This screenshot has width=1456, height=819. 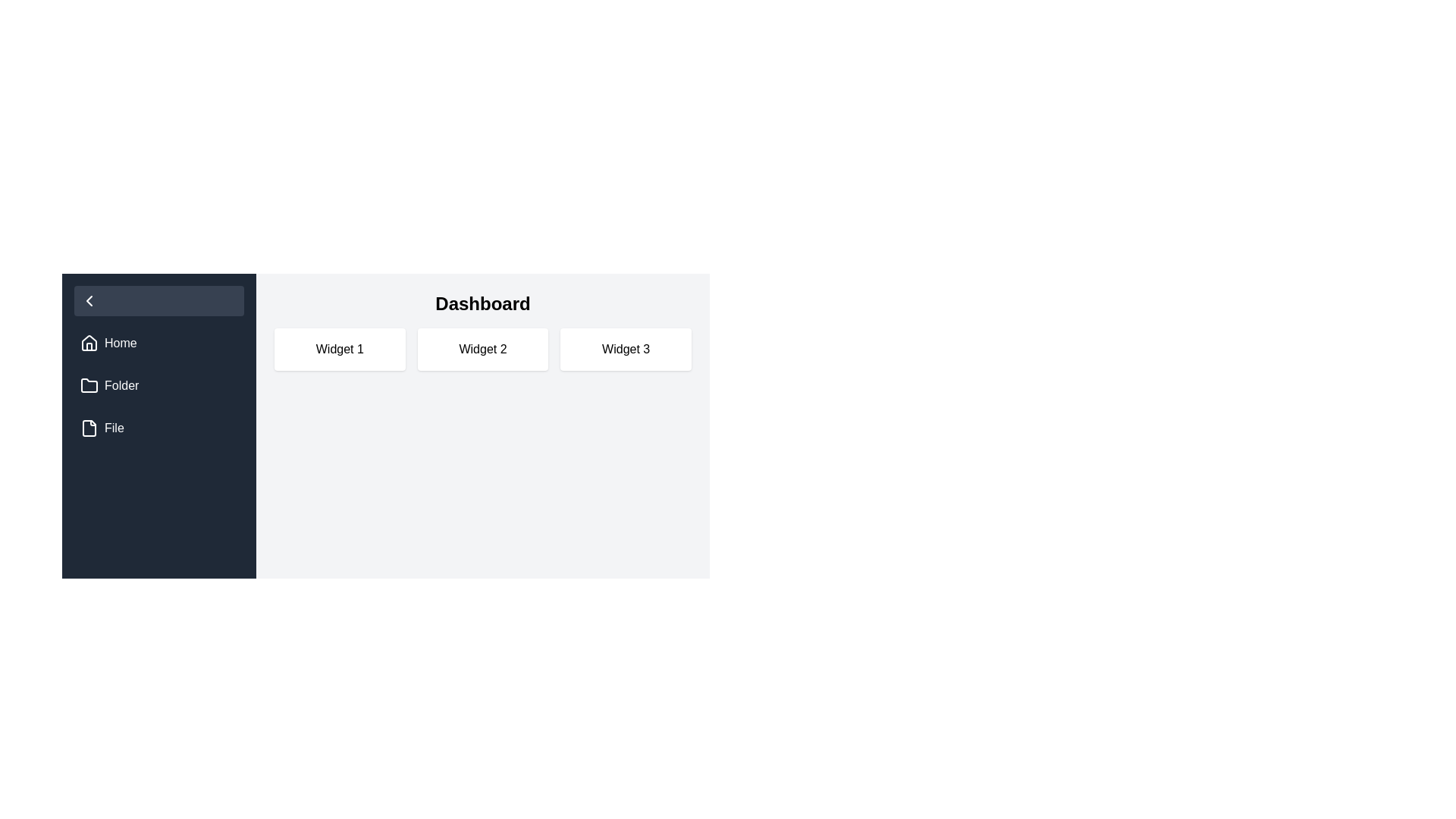 What do you see at coordinates (482, 304) in the screenshot?
I see `the text label that serves as the title for the 'Dashboard' section, positioned above the widgets labeled 'Widget 1', 'Widget 2', and 'Widget 3'` at bounding box center [482, 304].